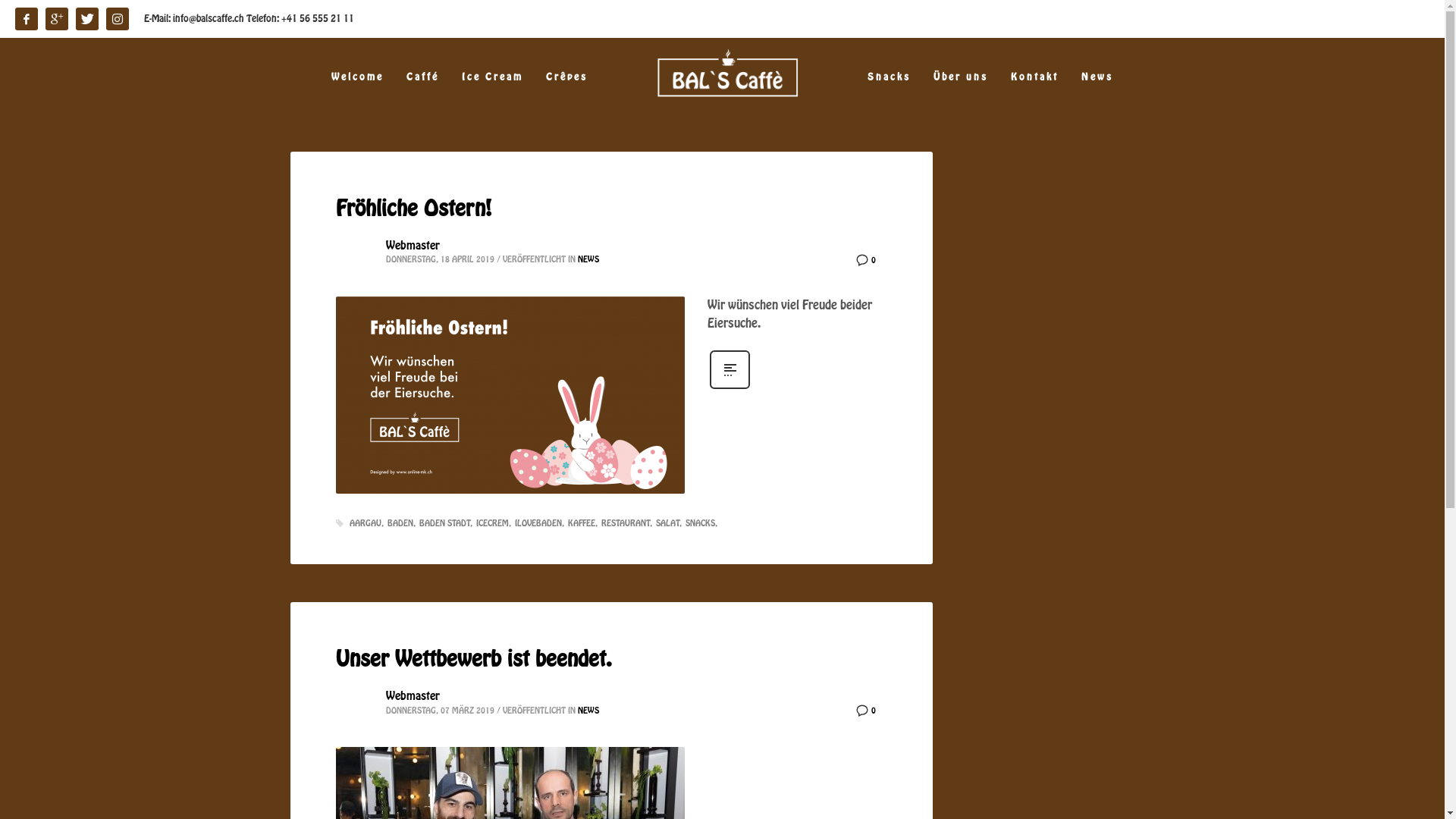 This screenshot has height=819, width=1456. I want to click on 'RESTAURANT', so click(626, 522).